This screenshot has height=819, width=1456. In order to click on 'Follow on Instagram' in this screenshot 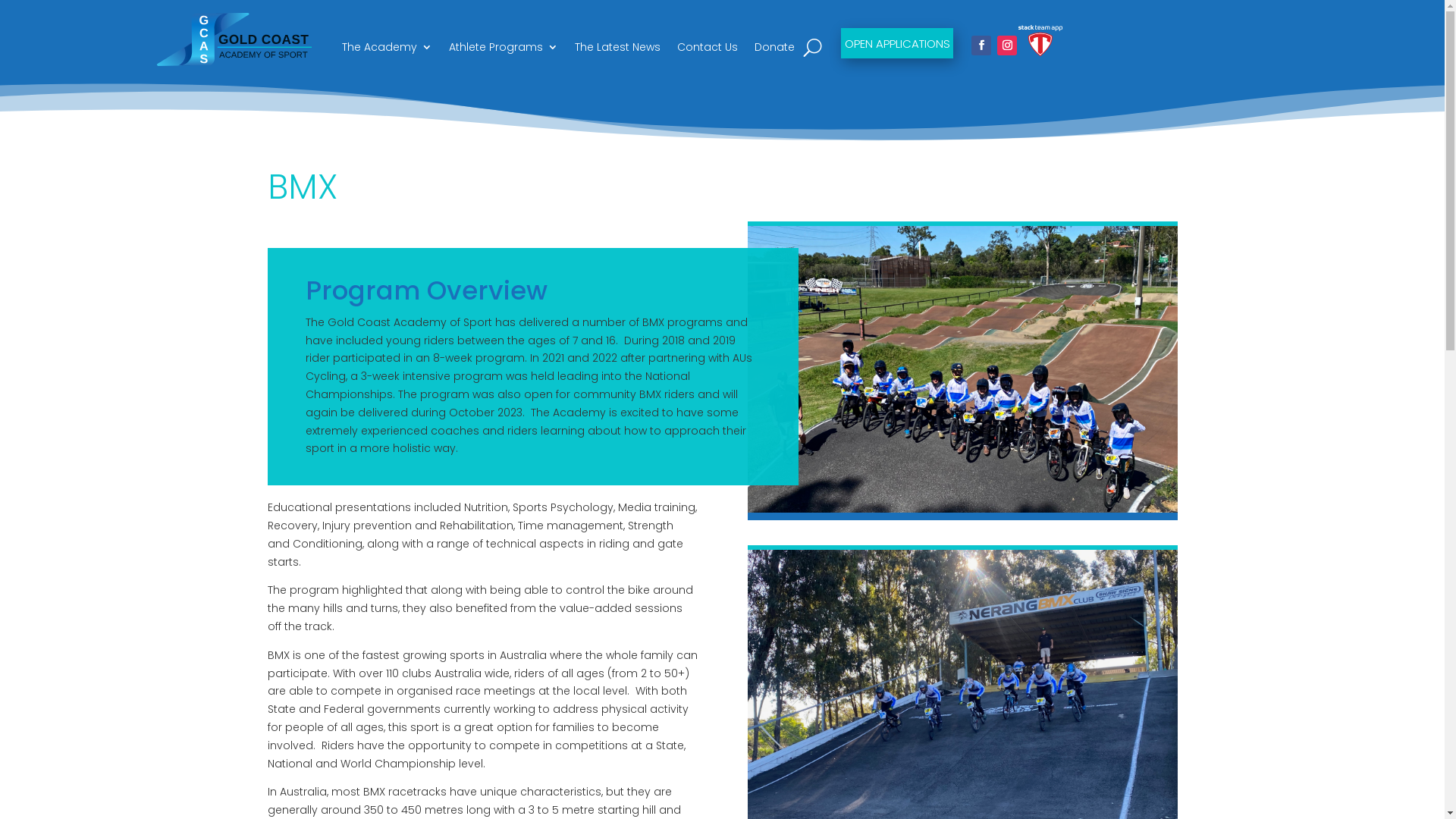, I will do `click(1007, 45)`.